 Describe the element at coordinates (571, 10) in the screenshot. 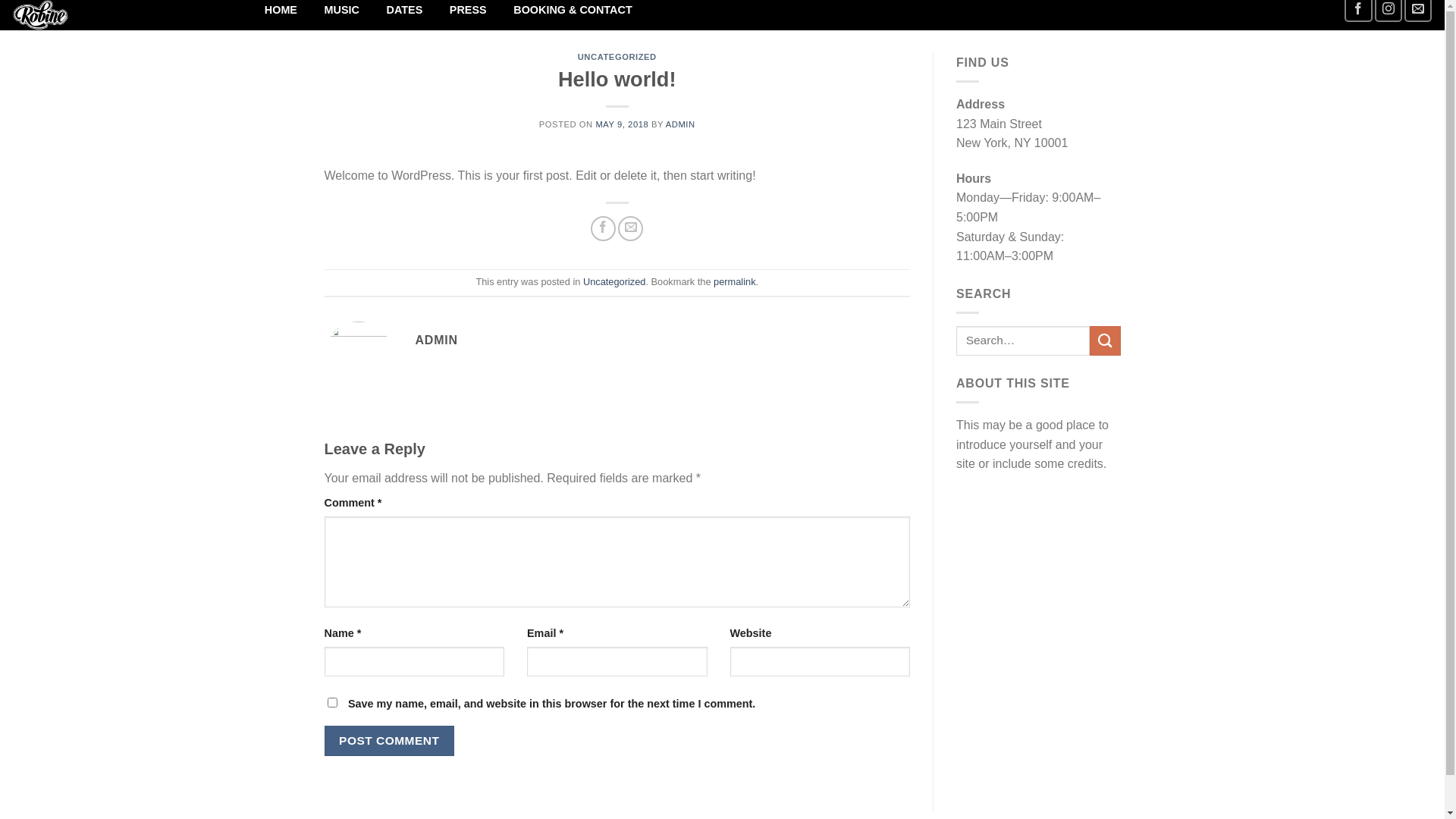

I see `'BOOKING & CONTACT'` at that location.